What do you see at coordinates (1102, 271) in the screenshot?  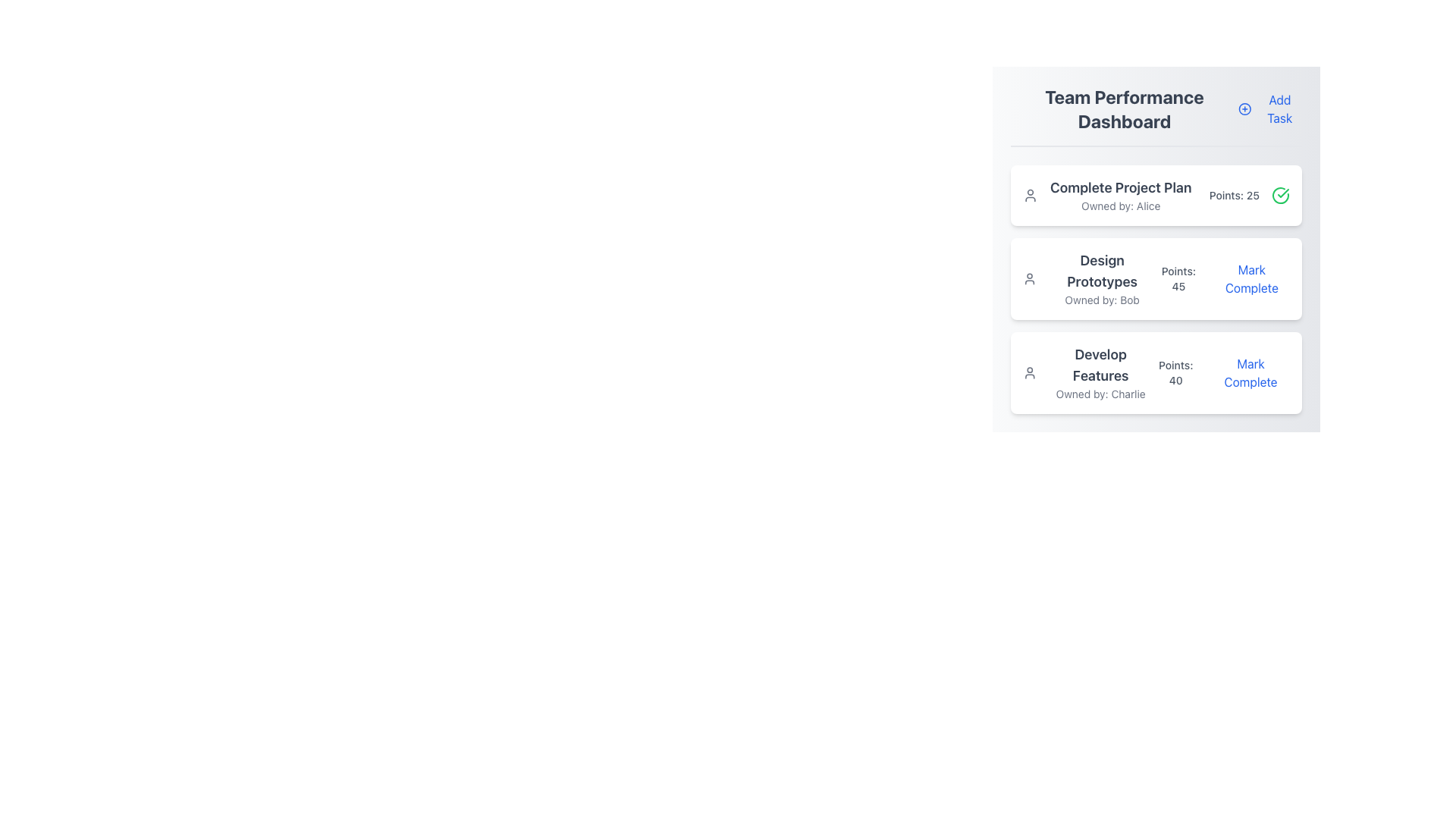 I see `text label 'Design Prototypes' which is centered within the second task card in the 'Team Performance Dashboard'` at bounding box center [1102, 271].